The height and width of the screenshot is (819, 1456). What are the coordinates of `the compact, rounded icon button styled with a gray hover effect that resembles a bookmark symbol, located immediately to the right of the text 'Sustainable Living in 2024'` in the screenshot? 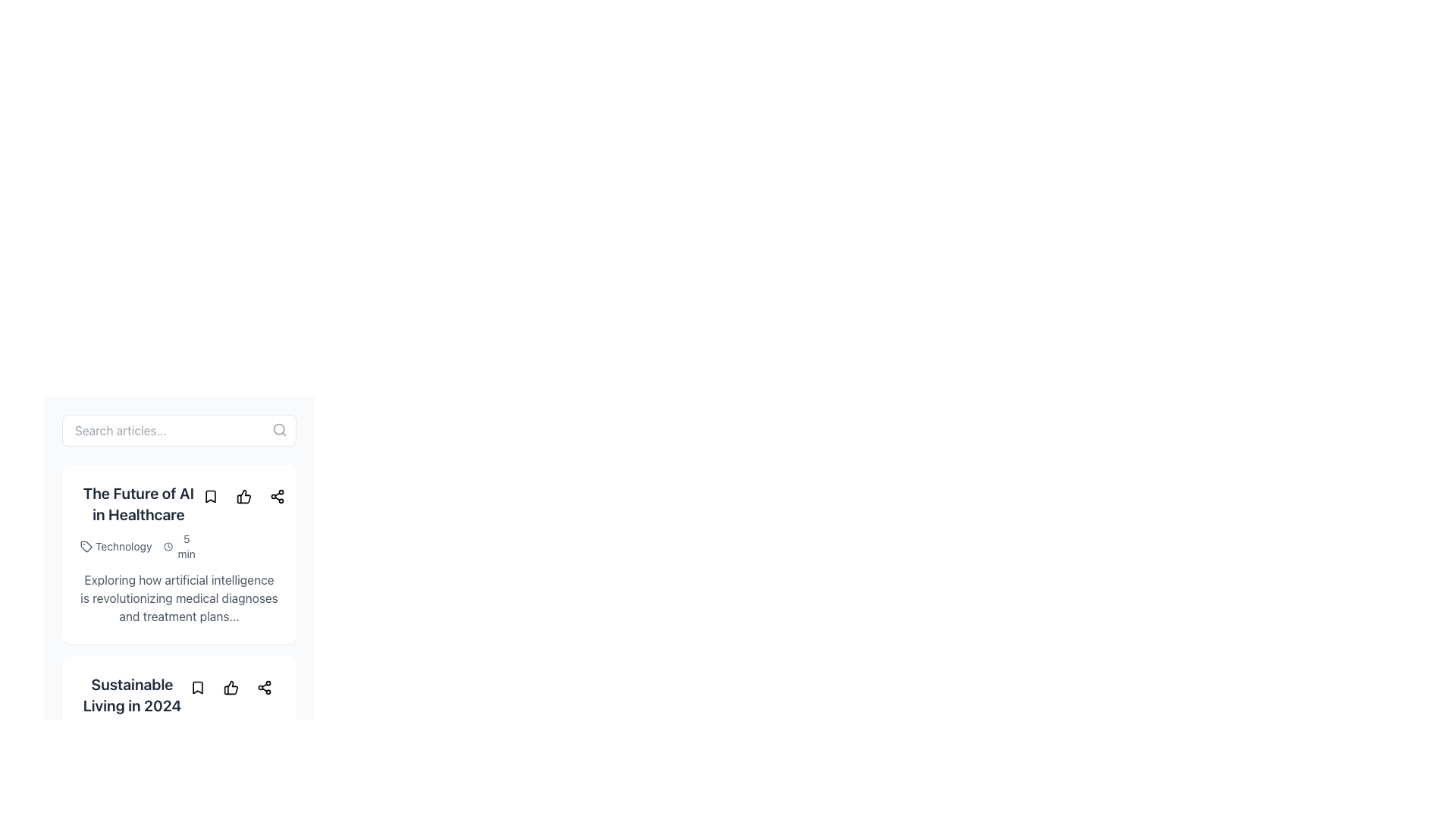 It's located at (196, 687).